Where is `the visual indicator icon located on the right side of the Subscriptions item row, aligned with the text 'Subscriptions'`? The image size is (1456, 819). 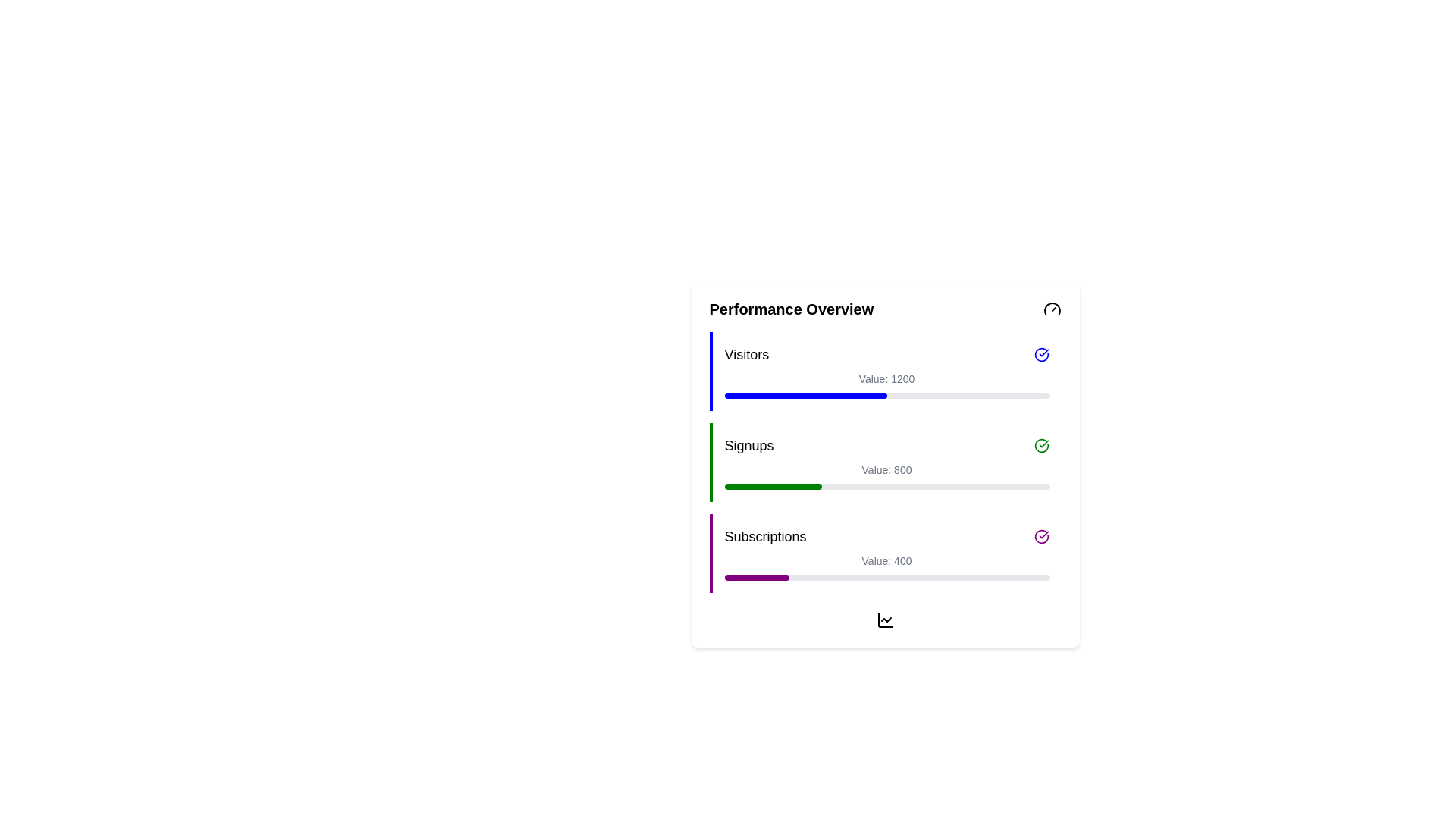 the visual indicator icon located on the right side of the Subscriptions item row, aligned with the text 'Subscriptions' is located at coordinates (1040, 536).